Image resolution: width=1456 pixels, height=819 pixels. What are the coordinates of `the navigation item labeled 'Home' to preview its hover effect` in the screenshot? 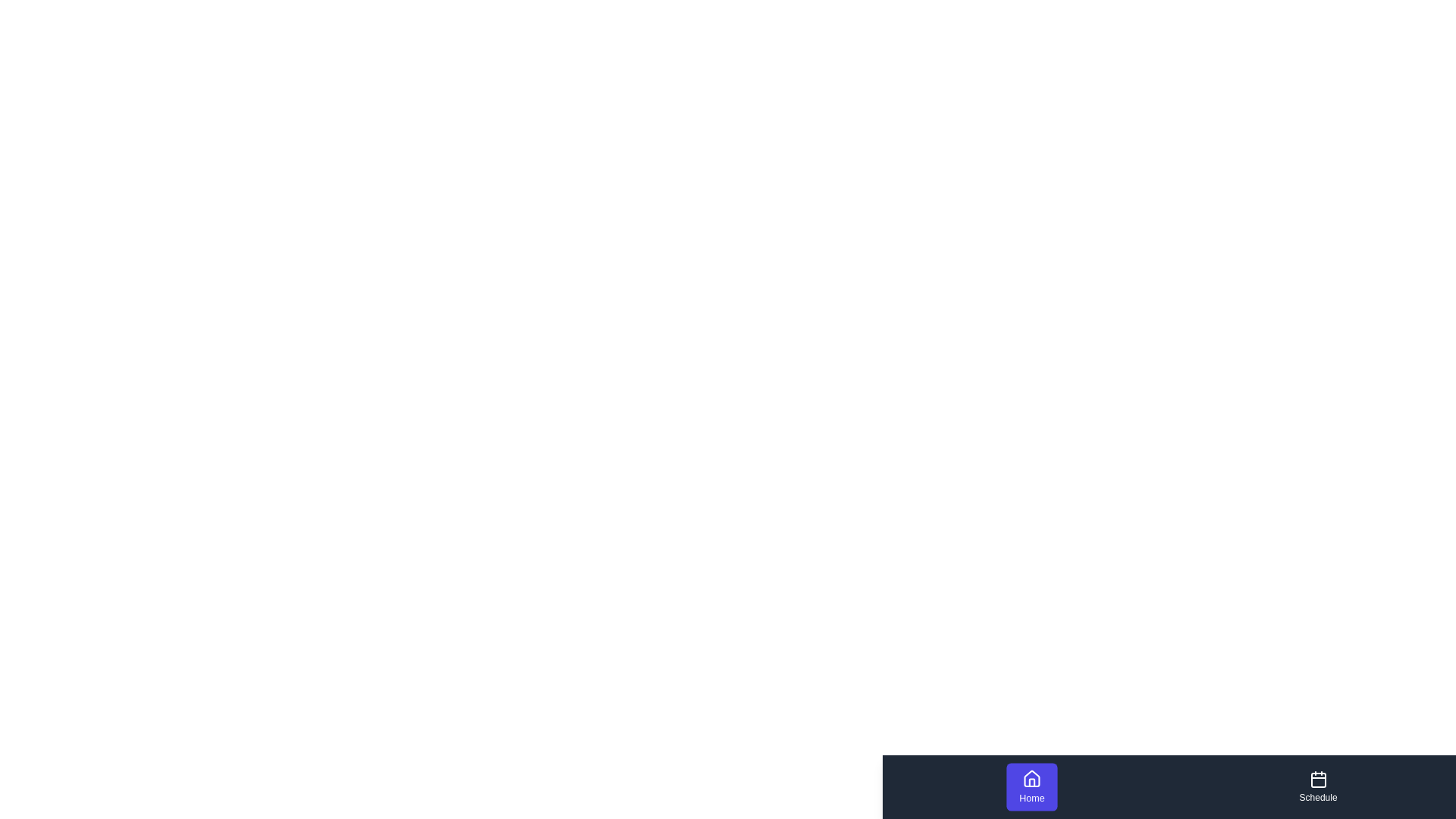 It's located at (1031, 786).